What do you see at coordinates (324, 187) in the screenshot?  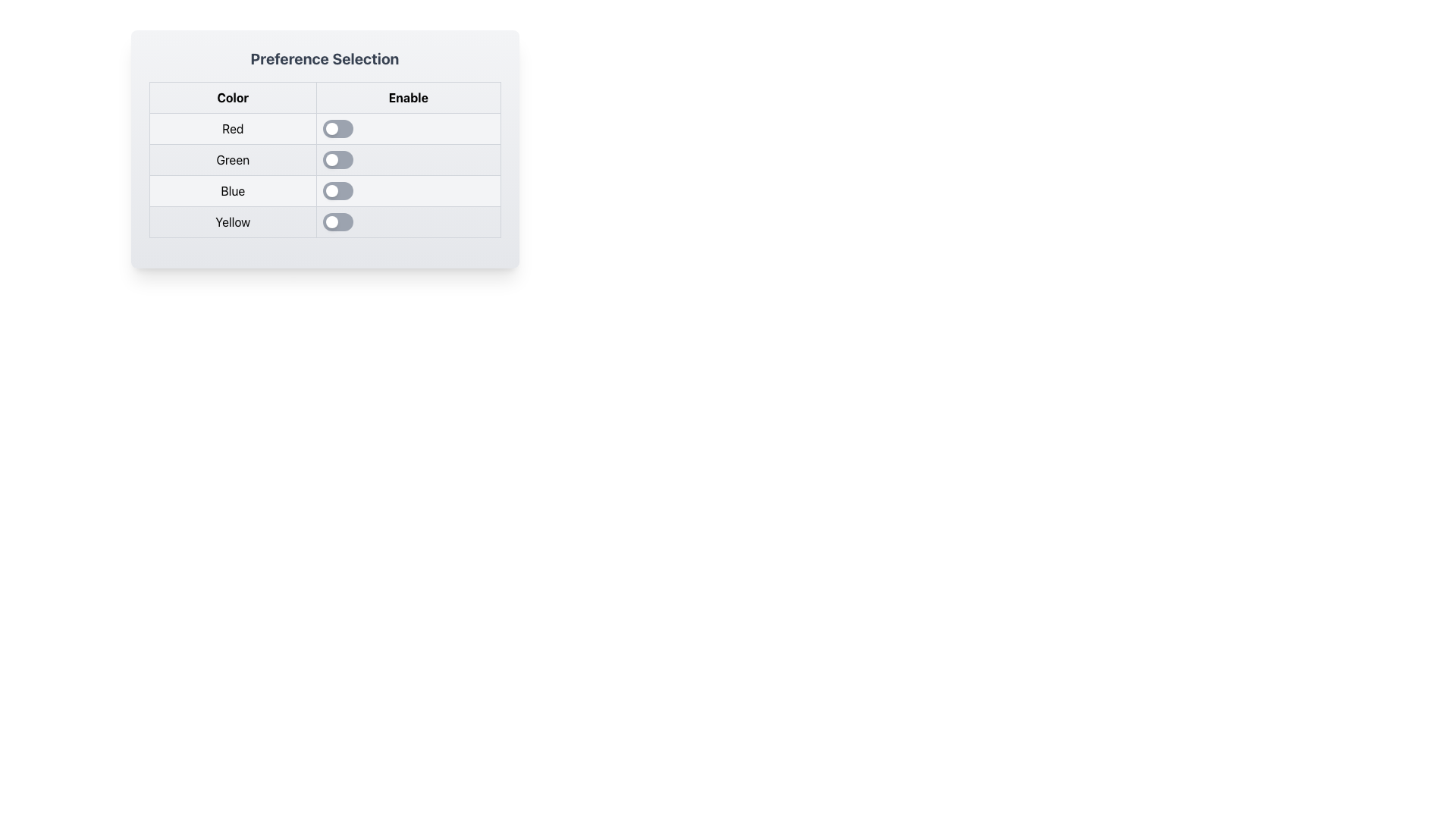 I see `the toggle switch in the 'Blue' preference row` at bounding box center [324, 187].